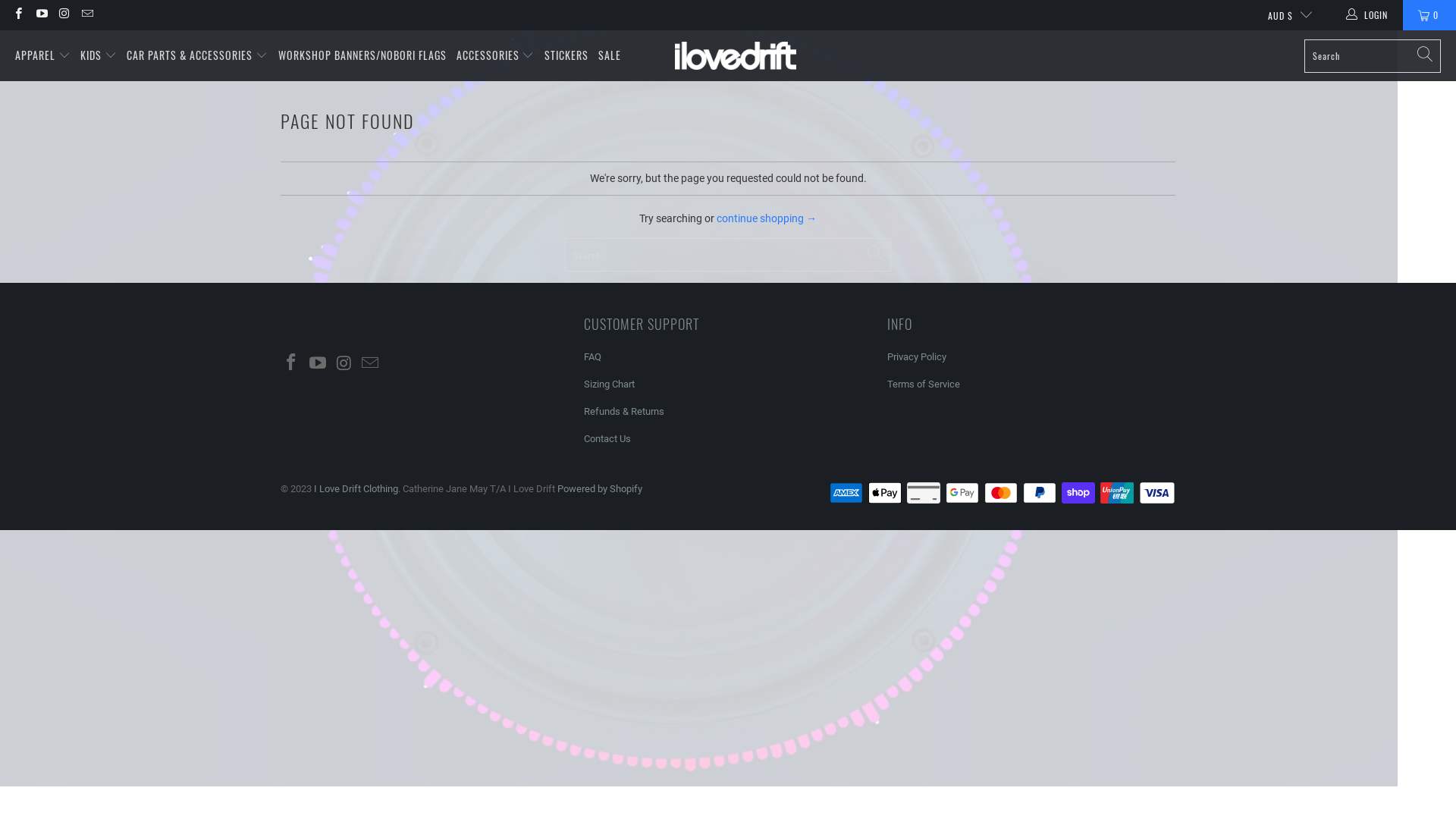 The height and width of the screenshot is (819, 1456). I want to click on 'WORKSHOP BANNERS/NOBORI FLAGS', so click(362, 55).